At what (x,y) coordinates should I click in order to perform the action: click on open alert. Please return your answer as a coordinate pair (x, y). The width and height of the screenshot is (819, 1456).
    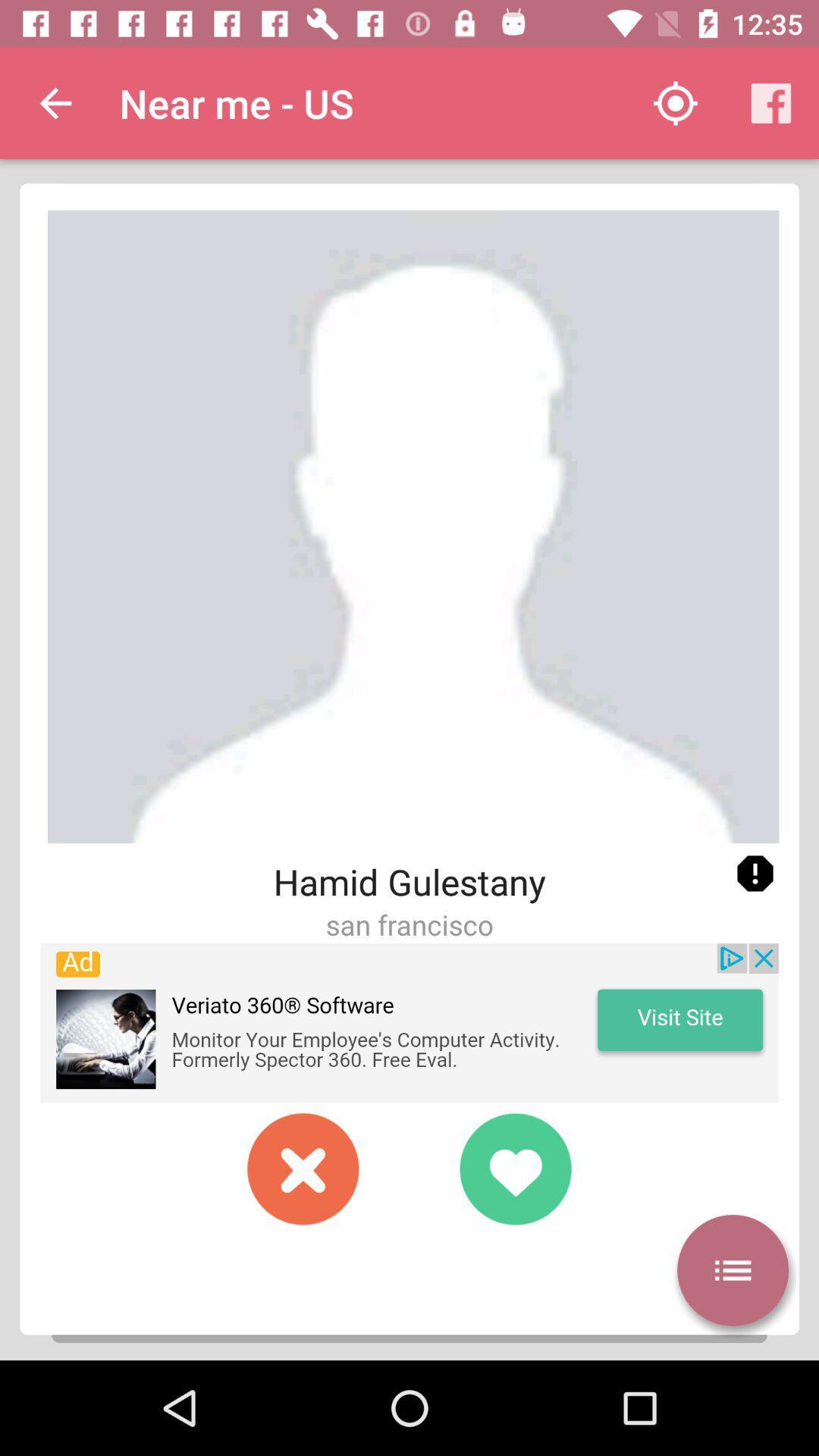
    Looking at the image, I should click on (755, 874).